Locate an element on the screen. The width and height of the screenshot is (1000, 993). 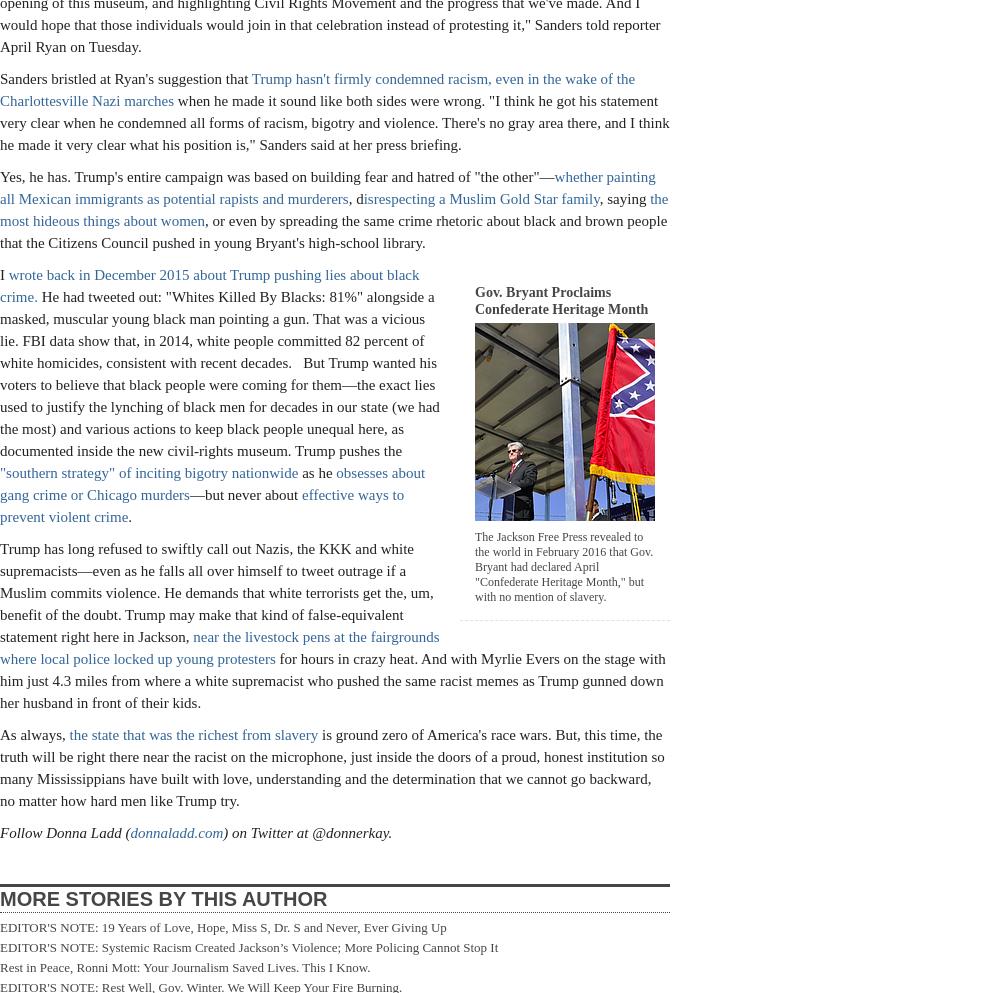
'.' is located at coordinates (130, 515).